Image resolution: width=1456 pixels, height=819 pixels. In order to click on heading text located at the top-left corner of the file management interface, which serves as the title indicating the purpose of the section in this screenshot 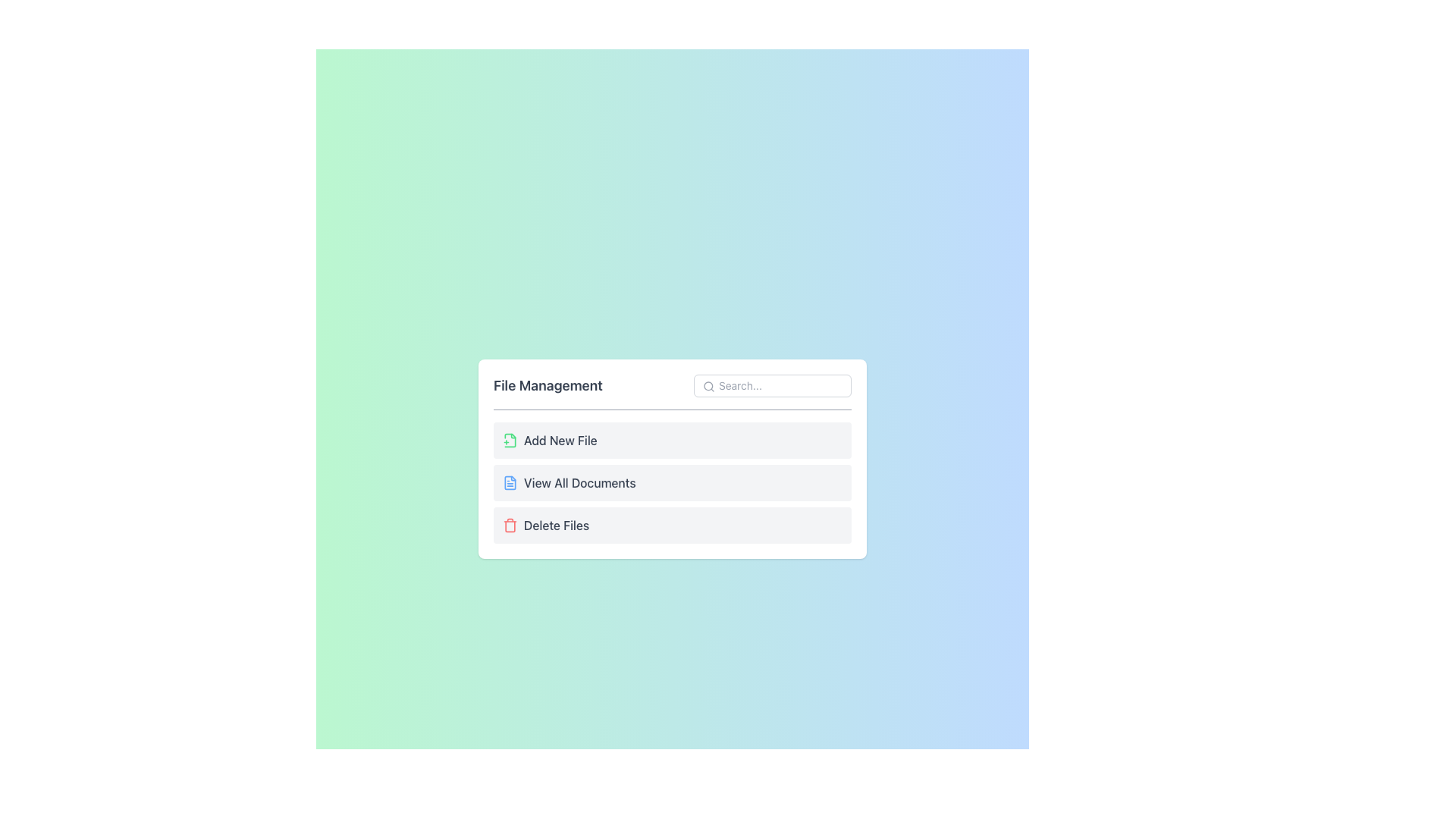, I will do `click(547, 384)`.